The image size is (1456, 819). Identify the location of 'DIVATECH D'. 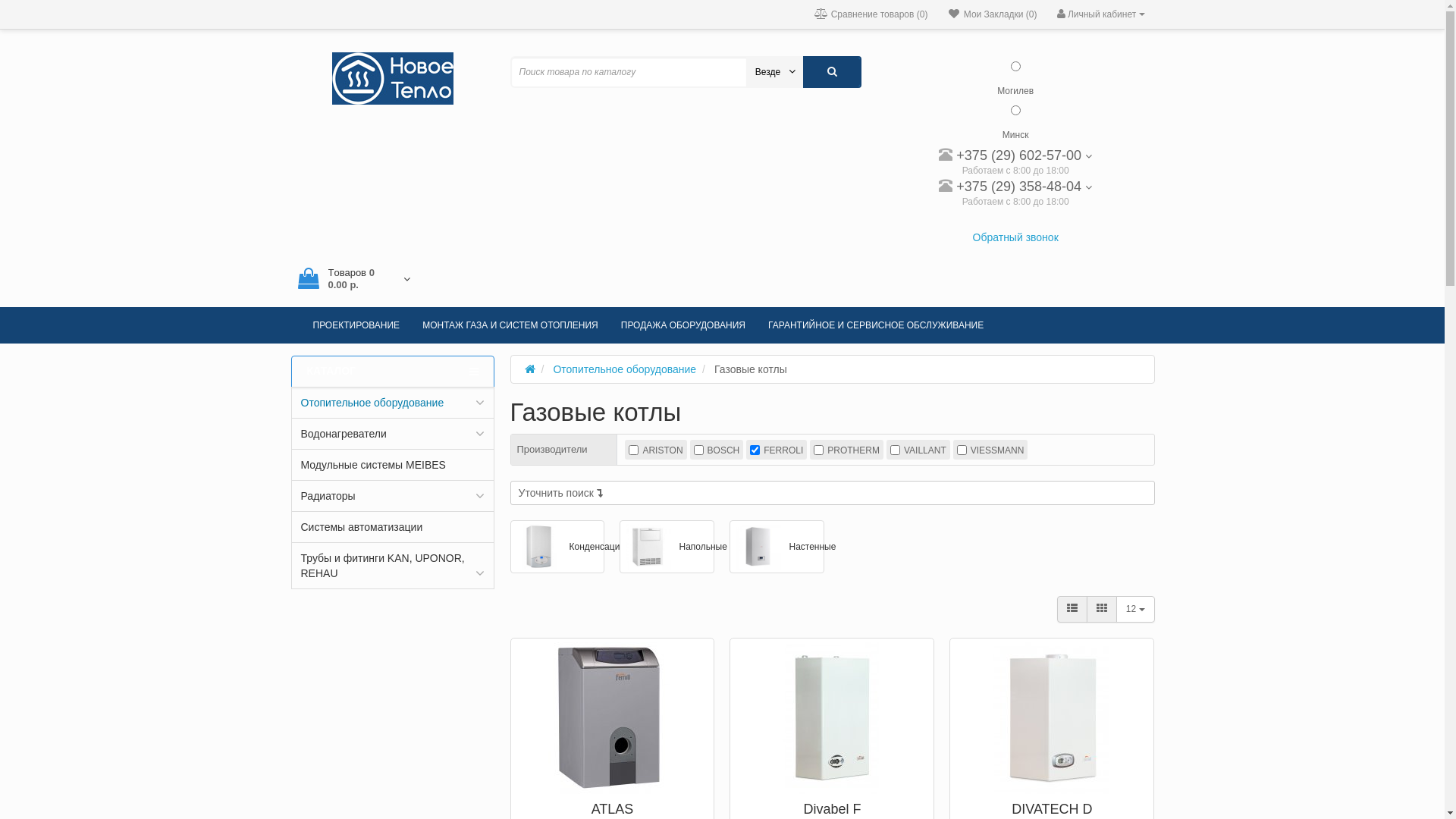
(1051, 808).